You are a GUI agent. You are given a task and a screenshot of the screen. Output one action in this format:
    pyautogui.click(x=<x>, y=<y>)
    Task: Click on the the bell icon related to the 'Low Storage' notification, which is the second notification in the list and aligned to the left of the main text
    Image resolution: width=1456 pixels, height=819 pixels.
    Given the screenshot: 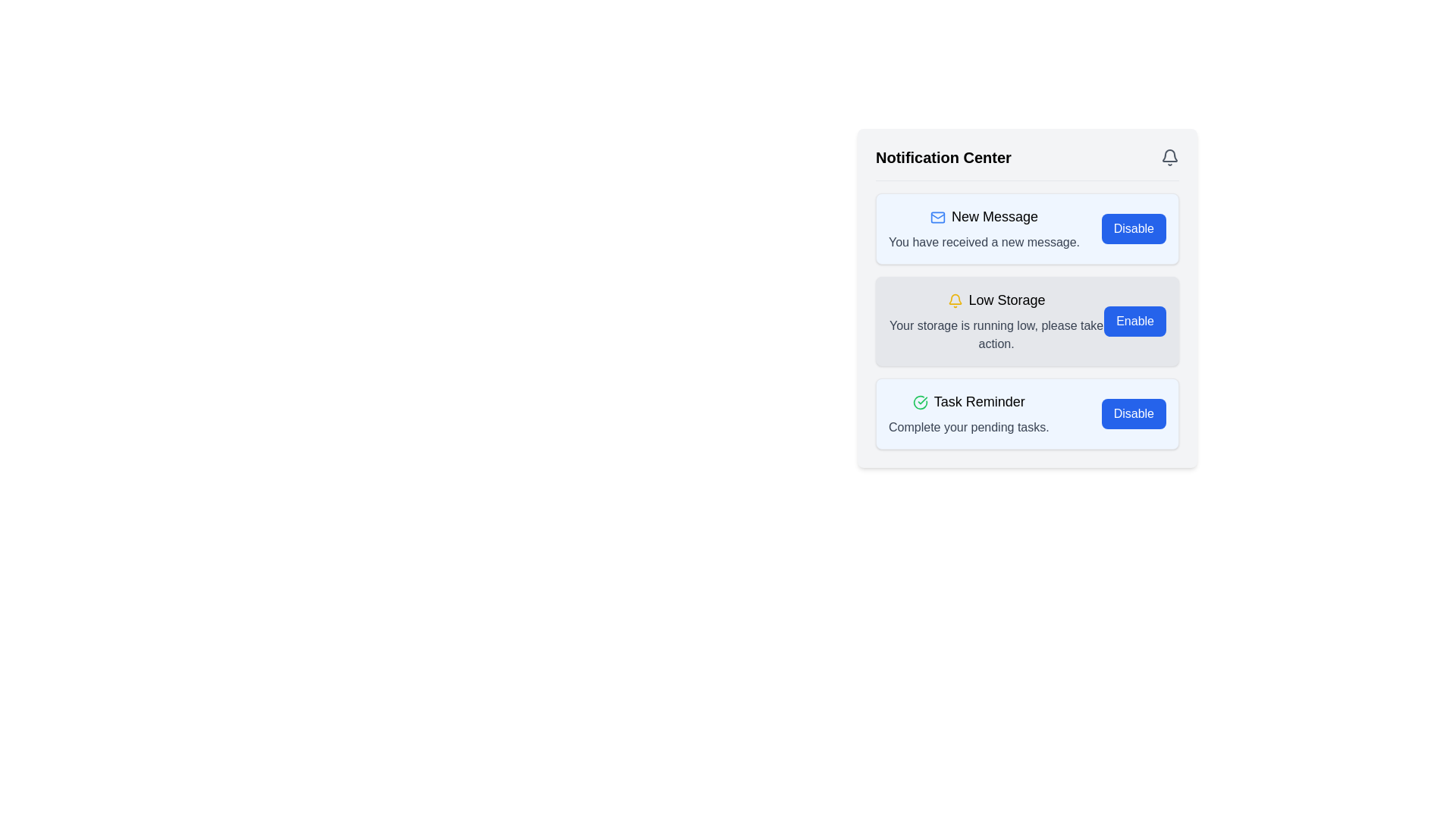 What is the action you would take?
    pyautogui.click(x=954, y=301)
    